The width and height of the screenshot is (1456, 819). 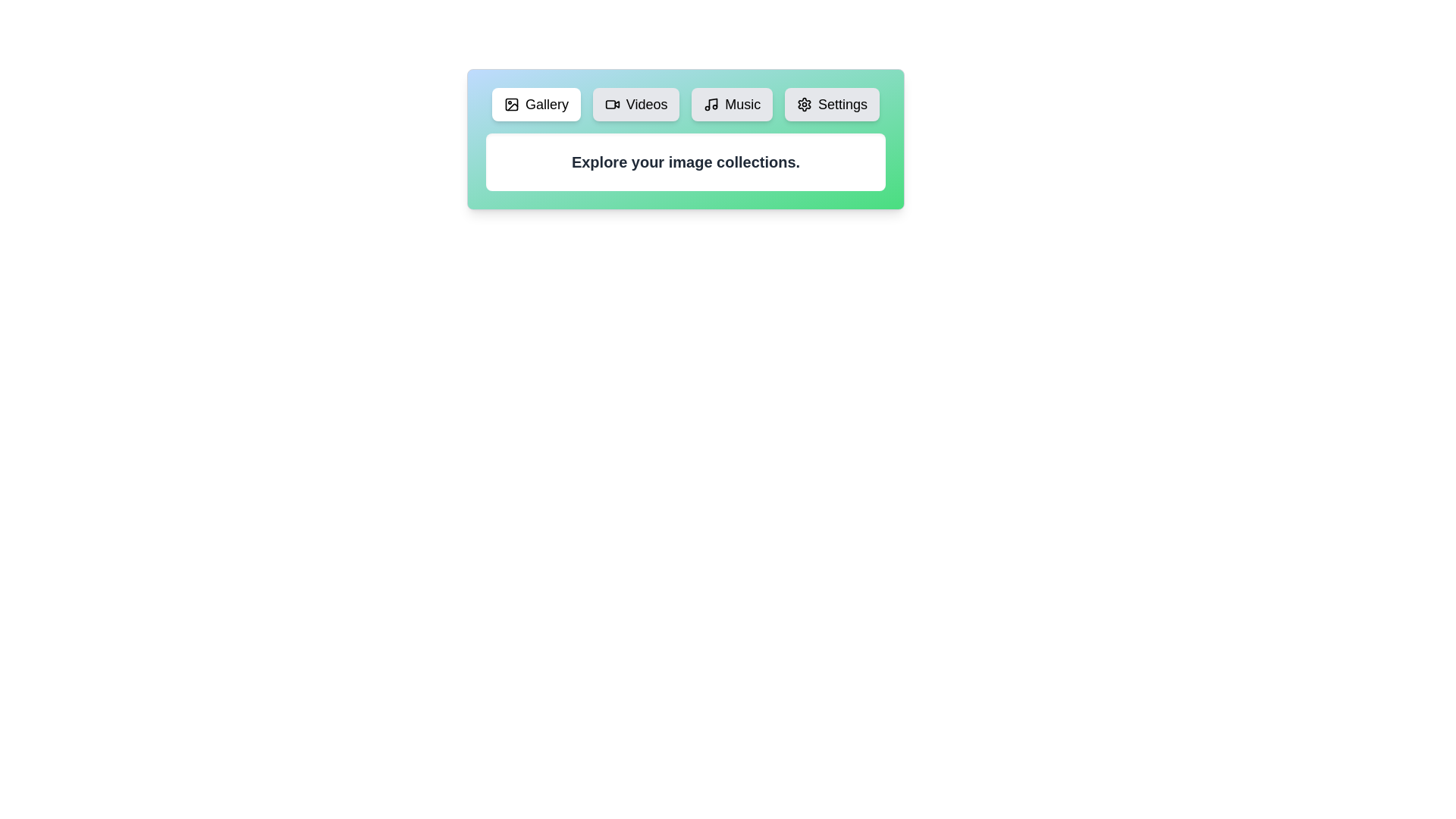 What do you see at coordinates (831, 104) in the screenshot?
I see `the tab labeled Settings to view its content` at bounding box center [831, 104].